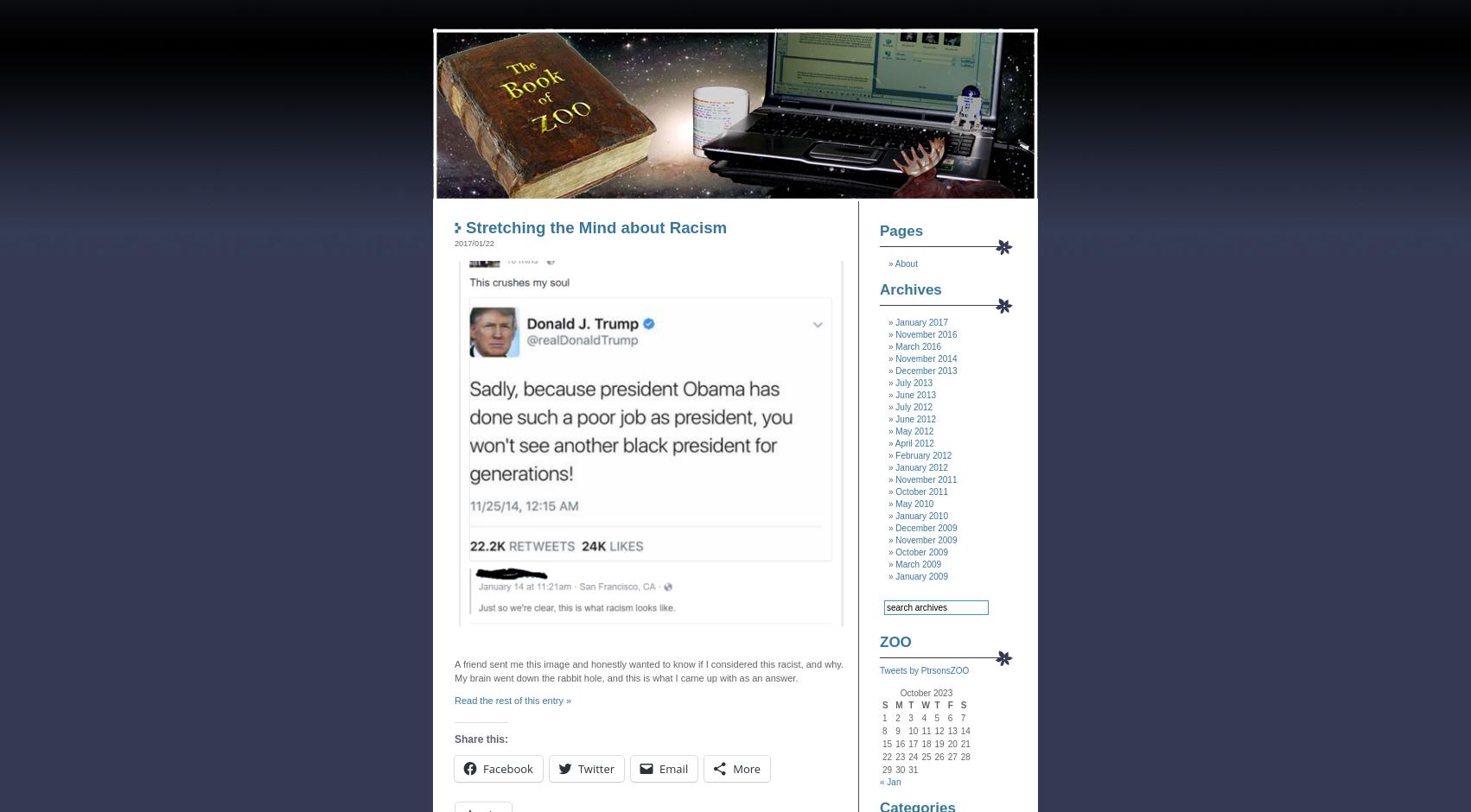  Describe the element at coordinates (513, 701) in the screenshot. I see `'Read the rest of this entry »'` at that location.